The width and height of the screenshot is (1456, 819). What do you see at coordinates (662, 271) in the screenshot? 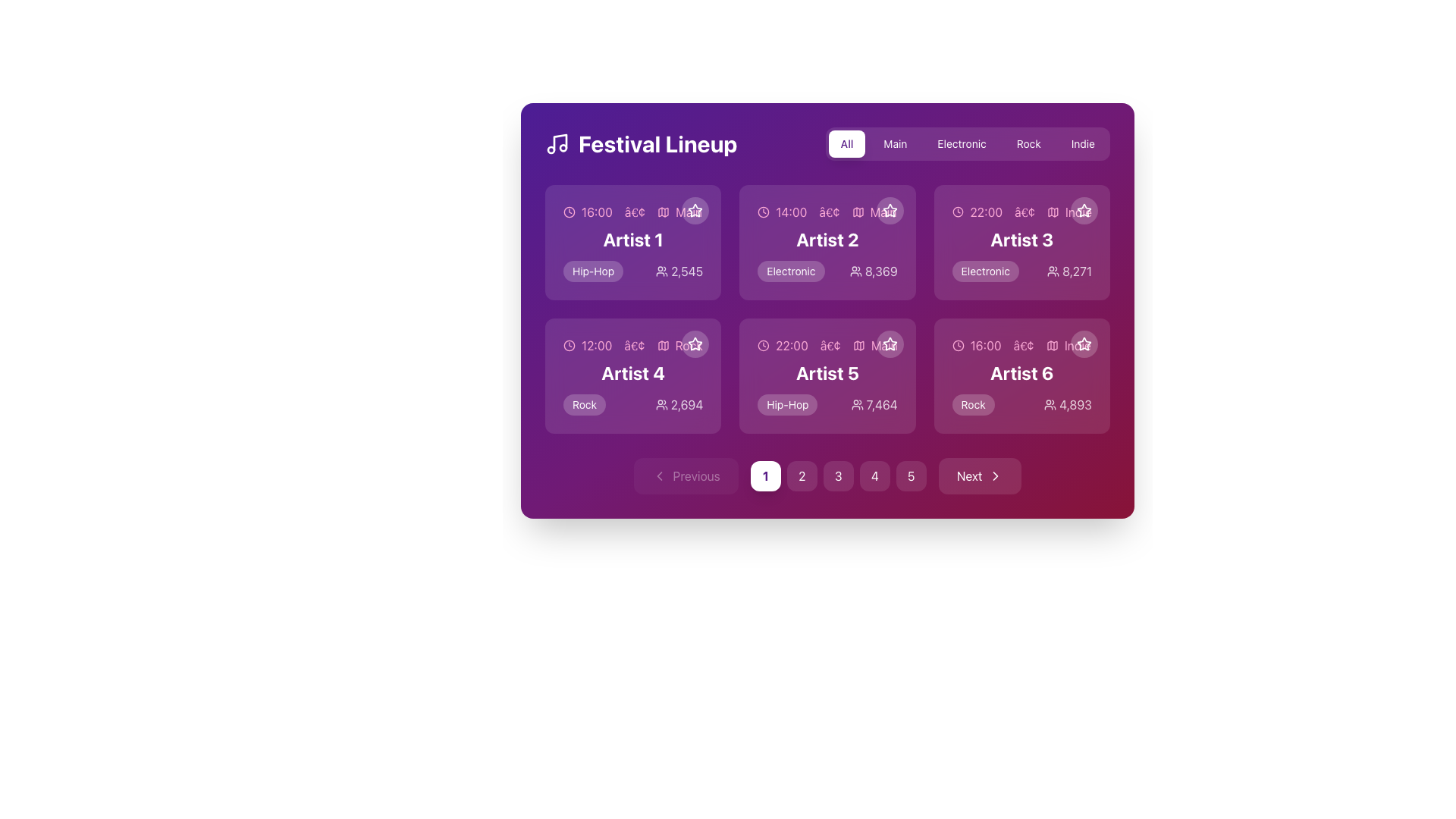
I see `the group of people icon located in the top-left card under 'Artist 1', which is visually styled with a simple outline design and positioned to the left of the number '2,545'` at bounding box center [662, 271].